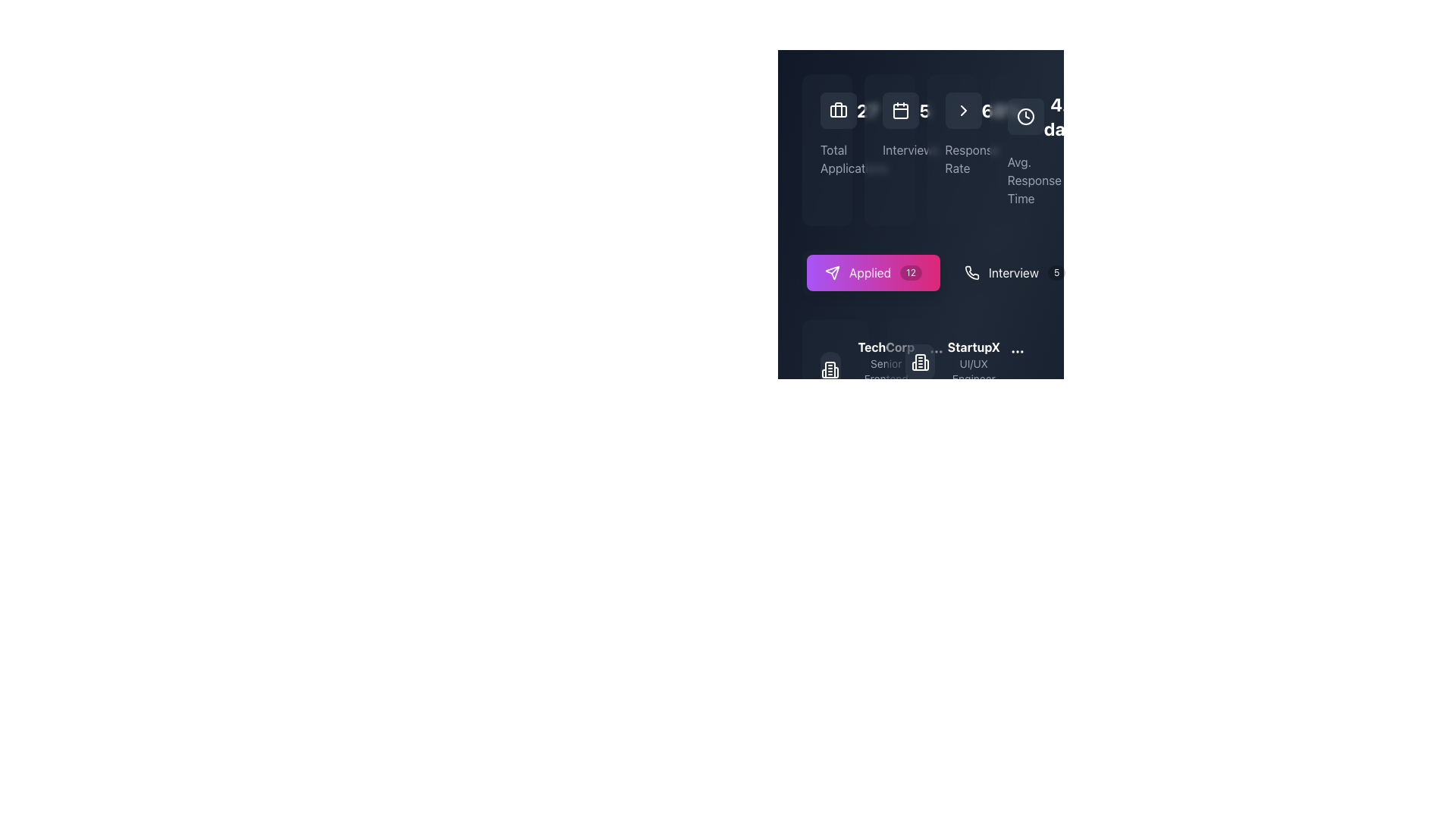  What do you see at coordinates (962, 110) in the screenshot?
I see `the presence of the thin, right-pointing chevron-shaped icon that is part of the Response Rate statistics group near the top section of the interface` at bounding box center [962, 110].